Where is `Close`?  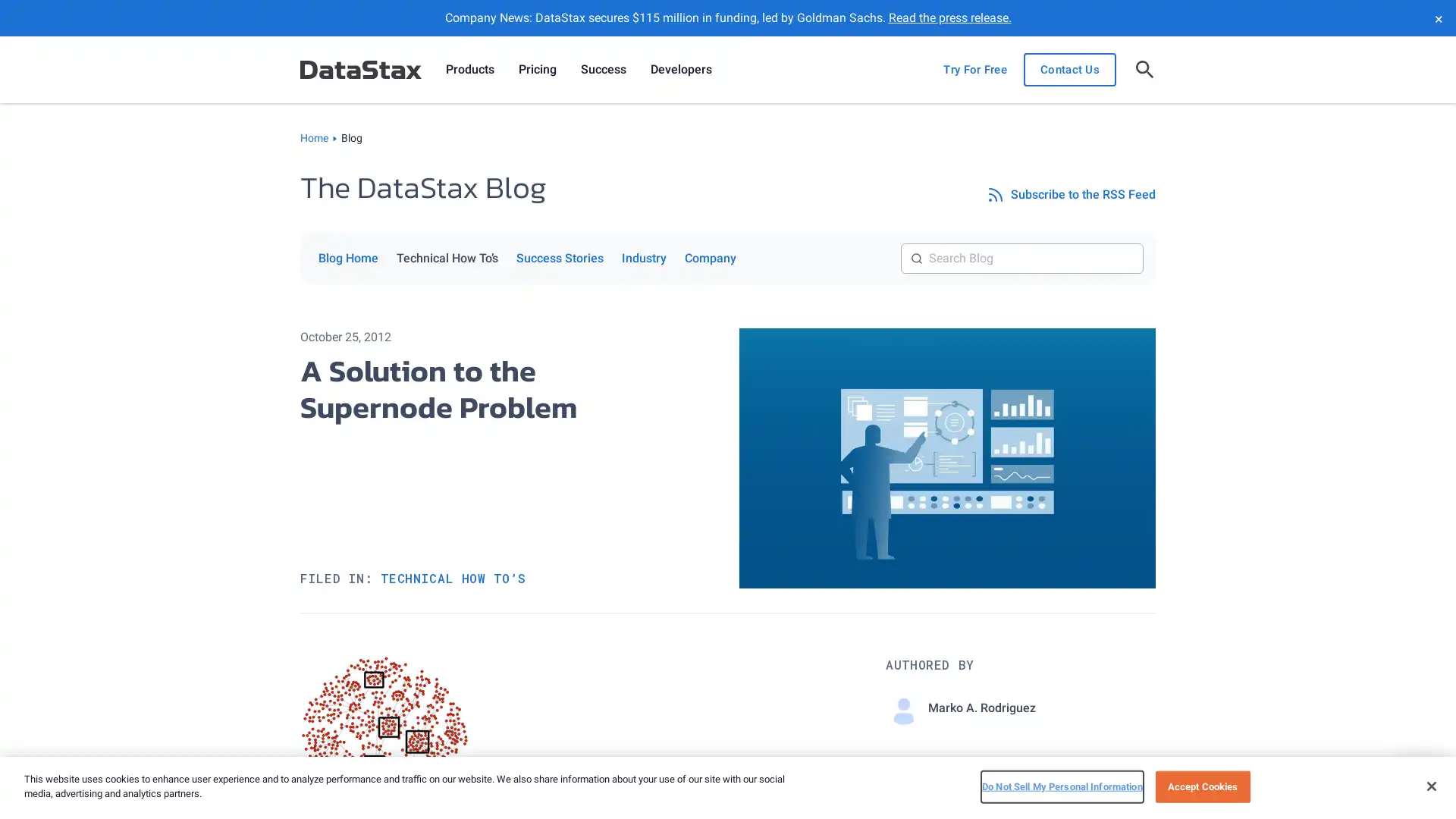
Close is located at coordinates (1430, 785).